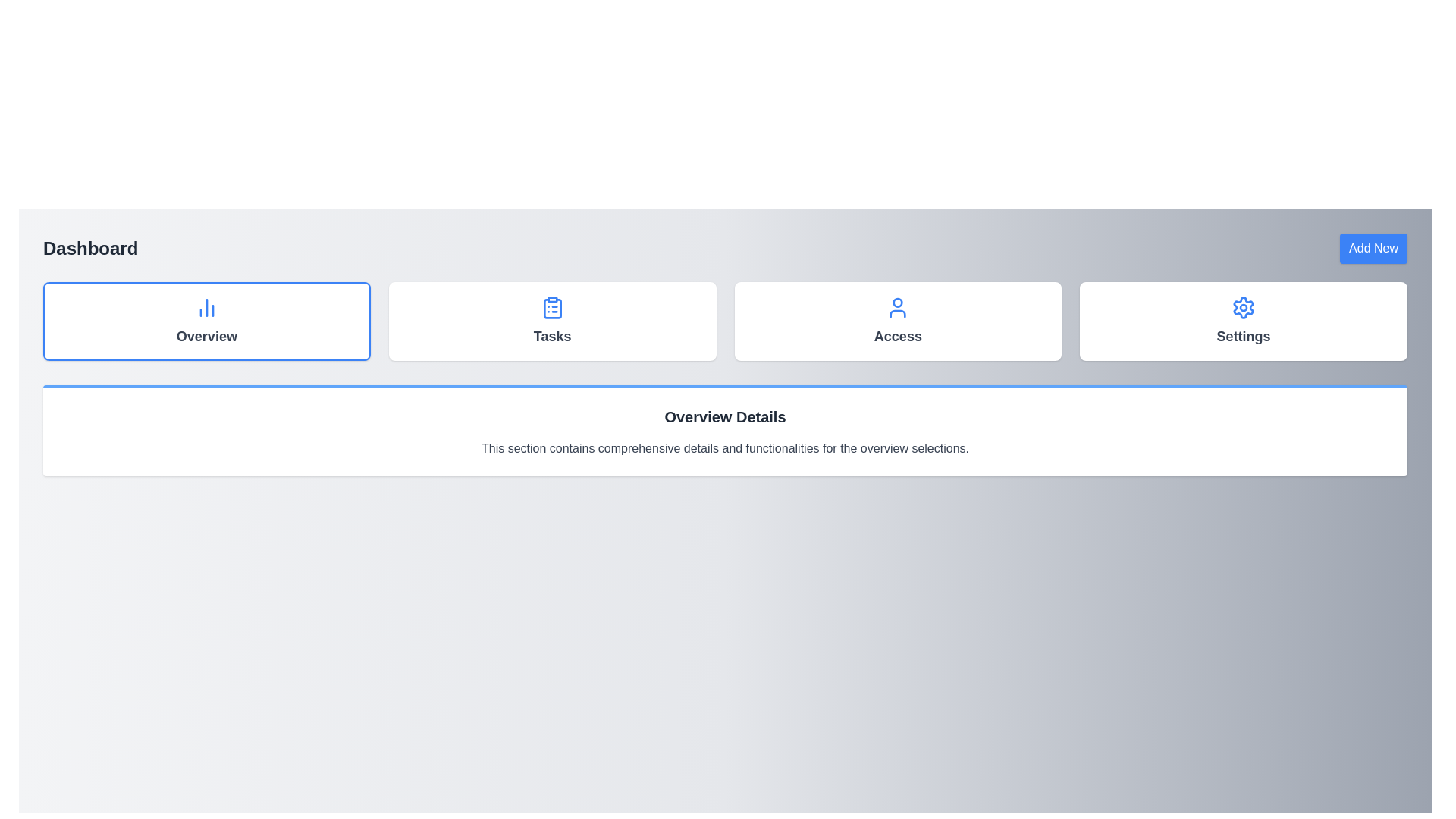 This screenshot has width=1456, height=819. Describe the element at coordinates (898, 312) in the screenshot. I see `arc outline of the user profile icon located within the Access card section by using developer tools` at that location.